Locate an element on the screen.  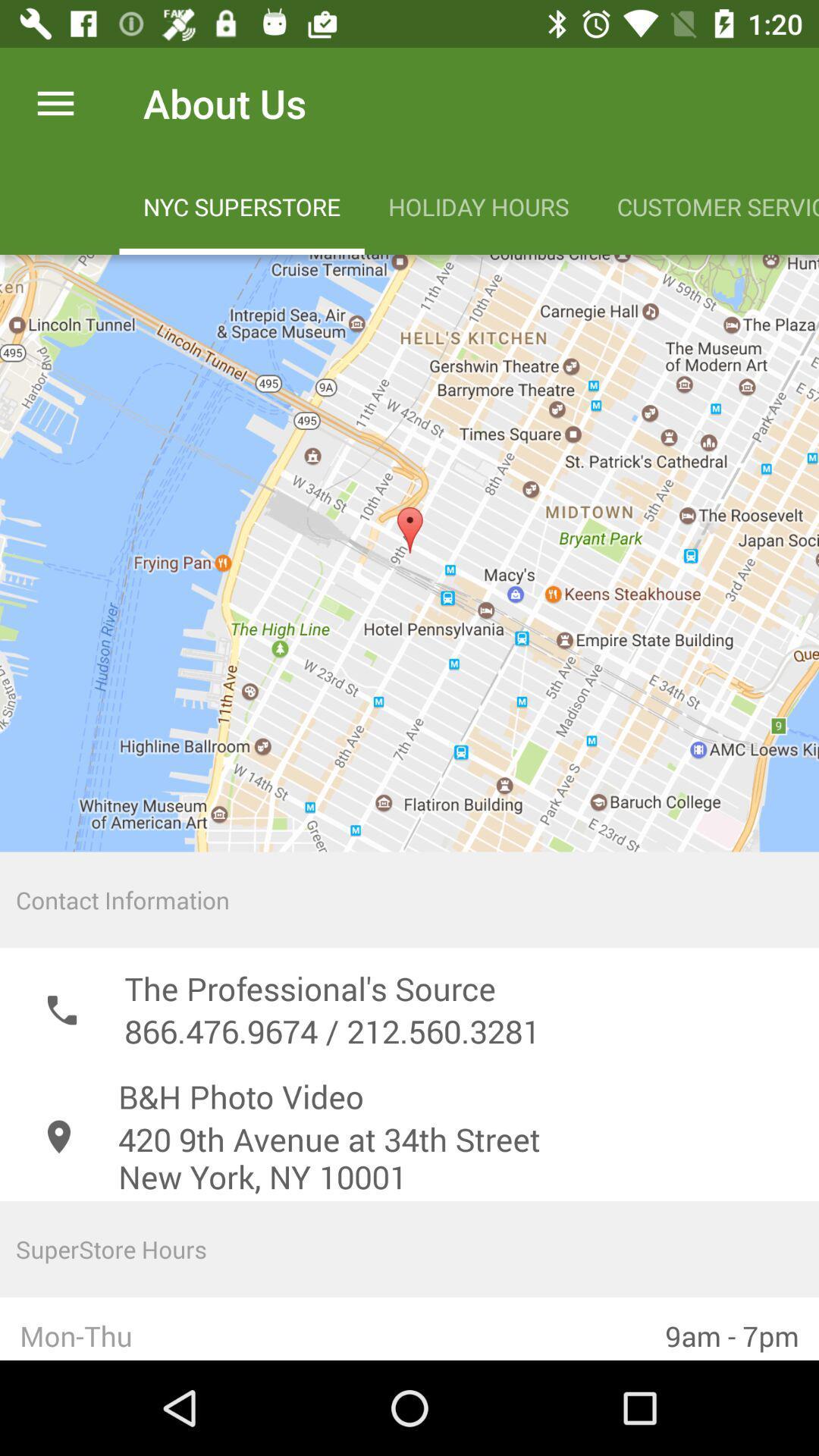
the 9am - 7pm is located at coordinates (731, 1328).